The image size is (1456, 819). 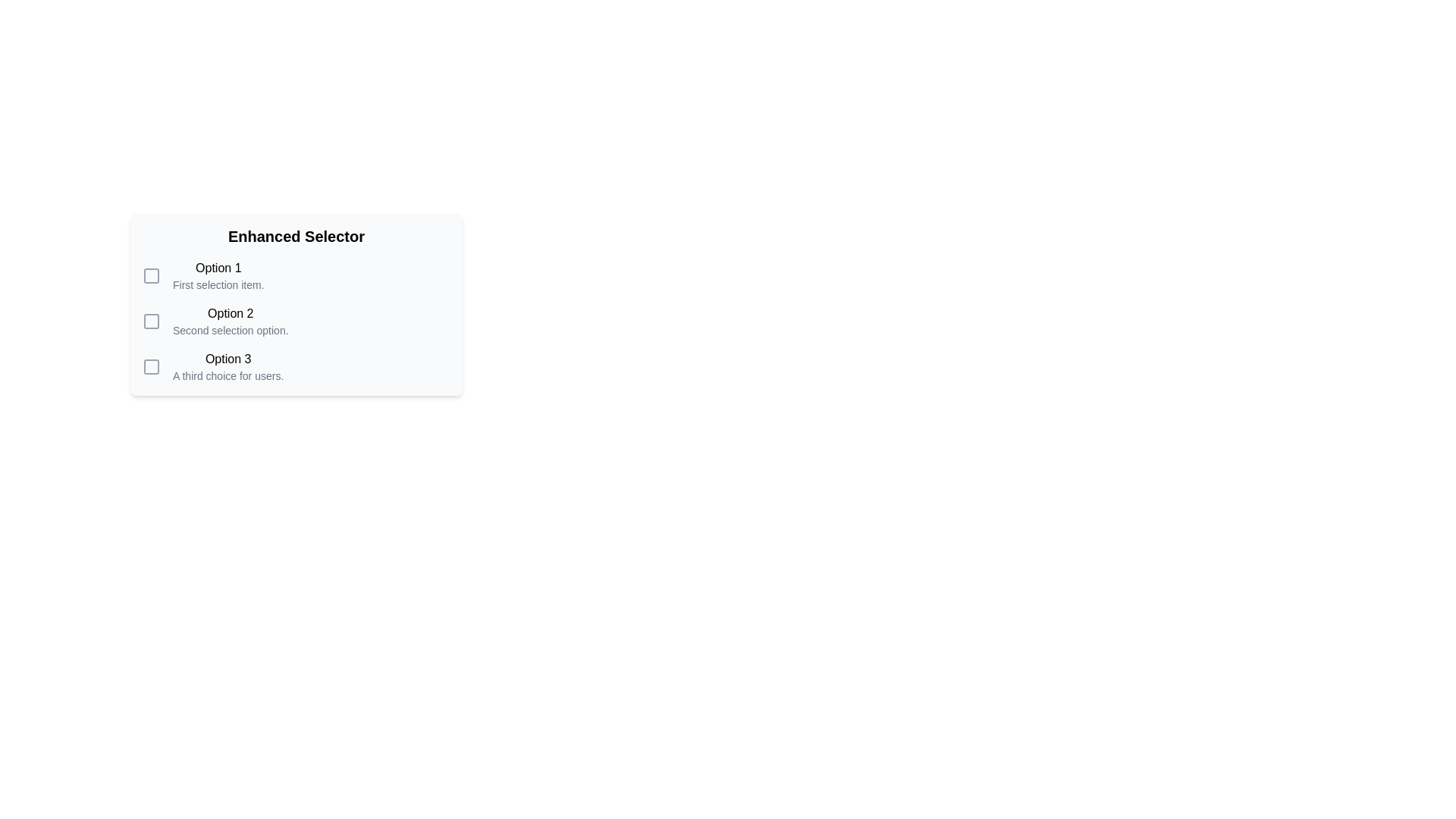 What do you see at coordinates (227, 375) in the screenshot?
I see `the Text label providing supplementary information for 'Option 3', positioned below the bold 'Option 3' text` at bounding box center [227, 375].